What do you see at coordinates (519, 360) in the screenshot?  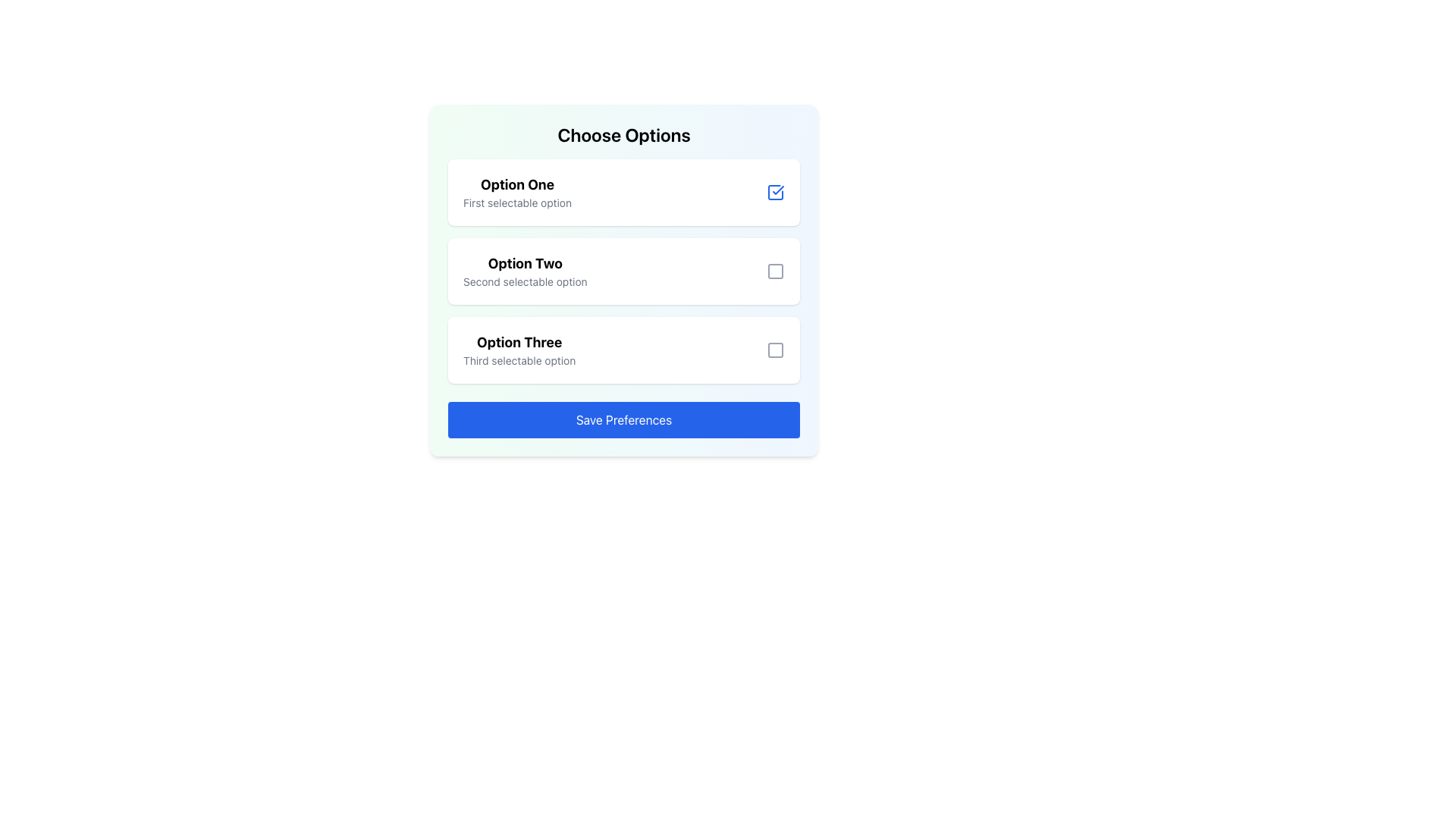 I see `the descriptive label for 'Option Three', which is the bottom-most description in the 'Choose Options' section` at bounding box center [519, 360].